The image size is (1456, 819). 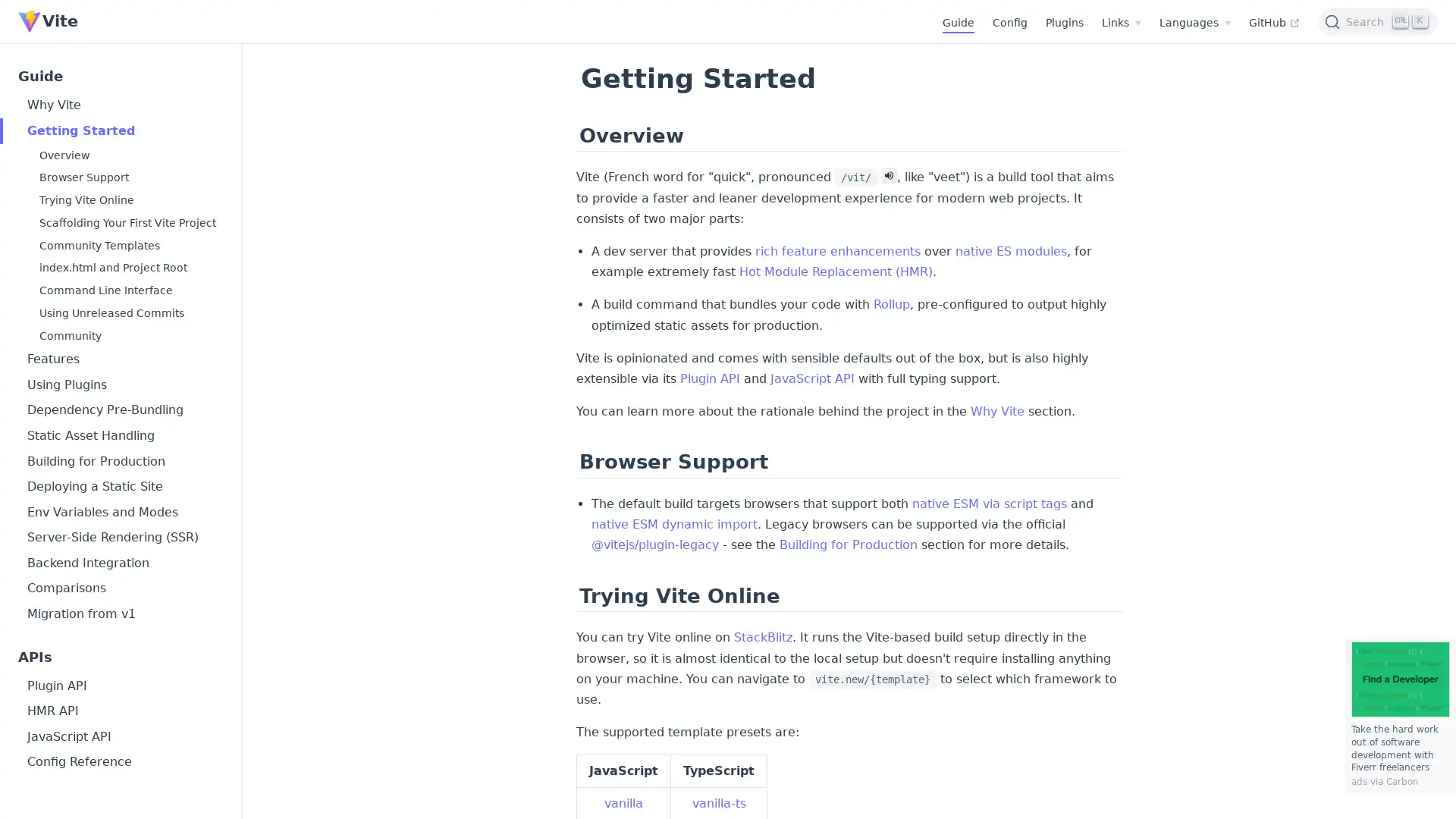 I want to click on Links, so click(x=1121, y=23).